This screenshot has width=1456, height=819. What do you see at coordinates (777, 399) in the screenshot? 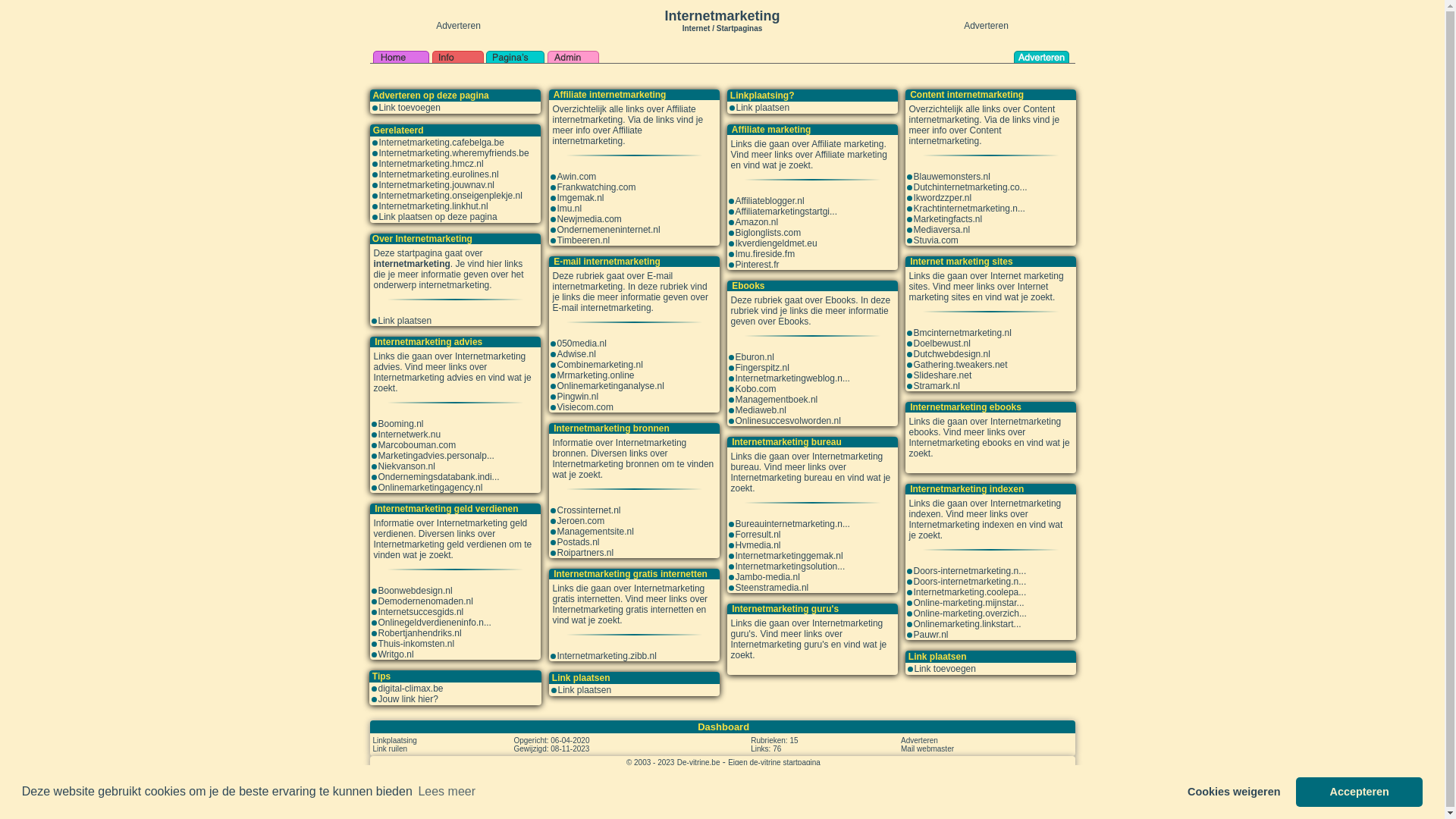
I see `'Managementboek.nl'` at bounding box center [777, 399].